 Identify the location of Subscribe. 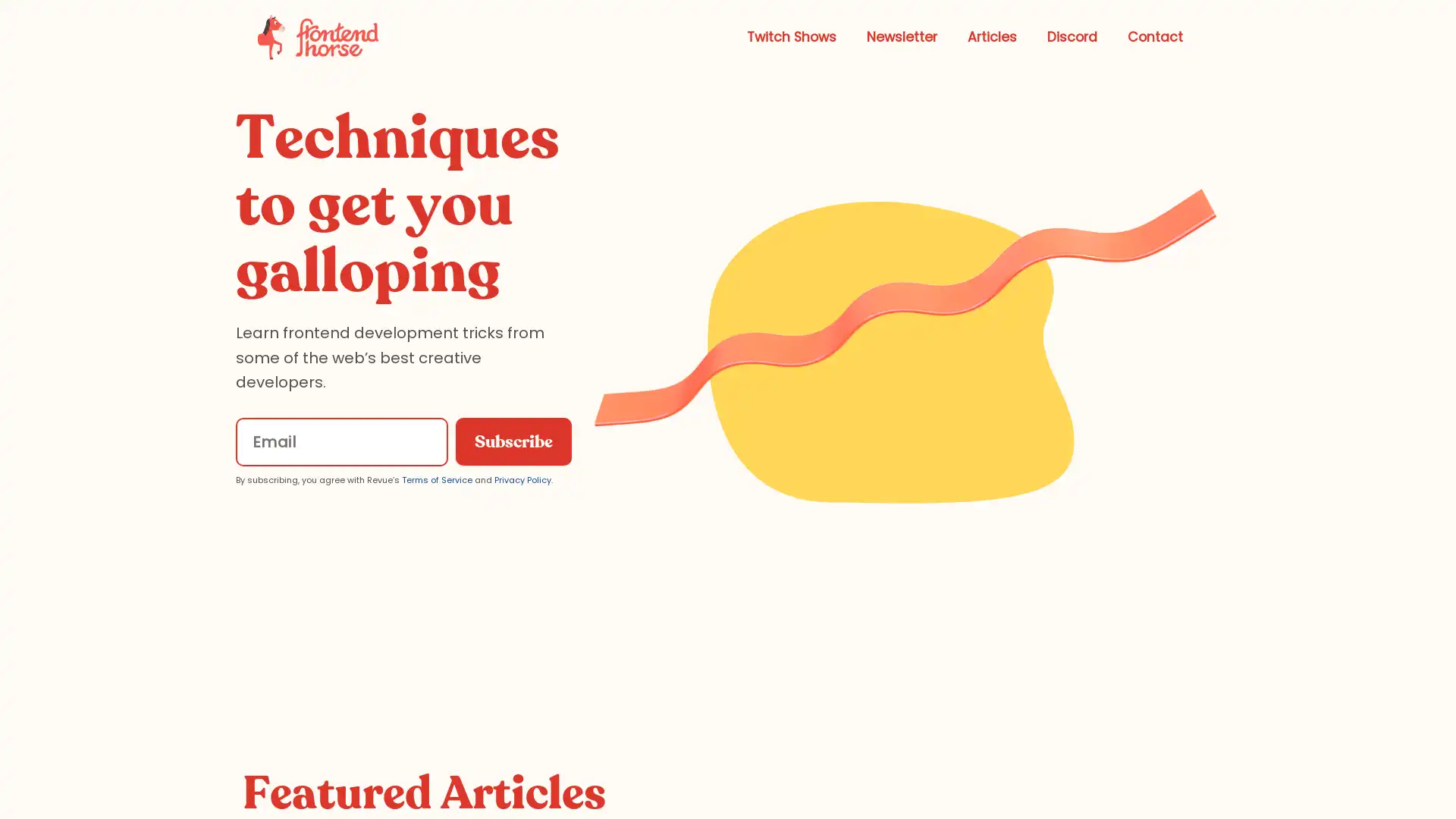
(513, 441).